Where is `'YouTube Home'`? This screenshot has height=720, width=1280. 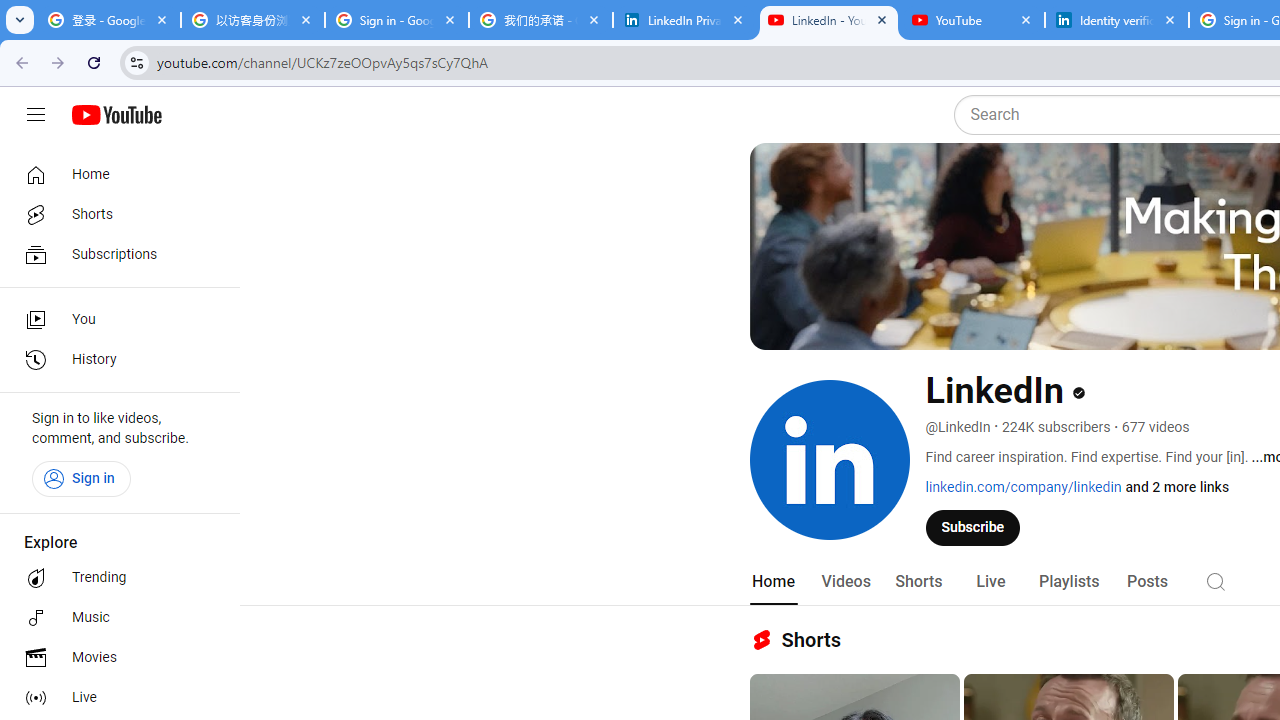
'YouTube Home' is located at coordinates (115, 115).